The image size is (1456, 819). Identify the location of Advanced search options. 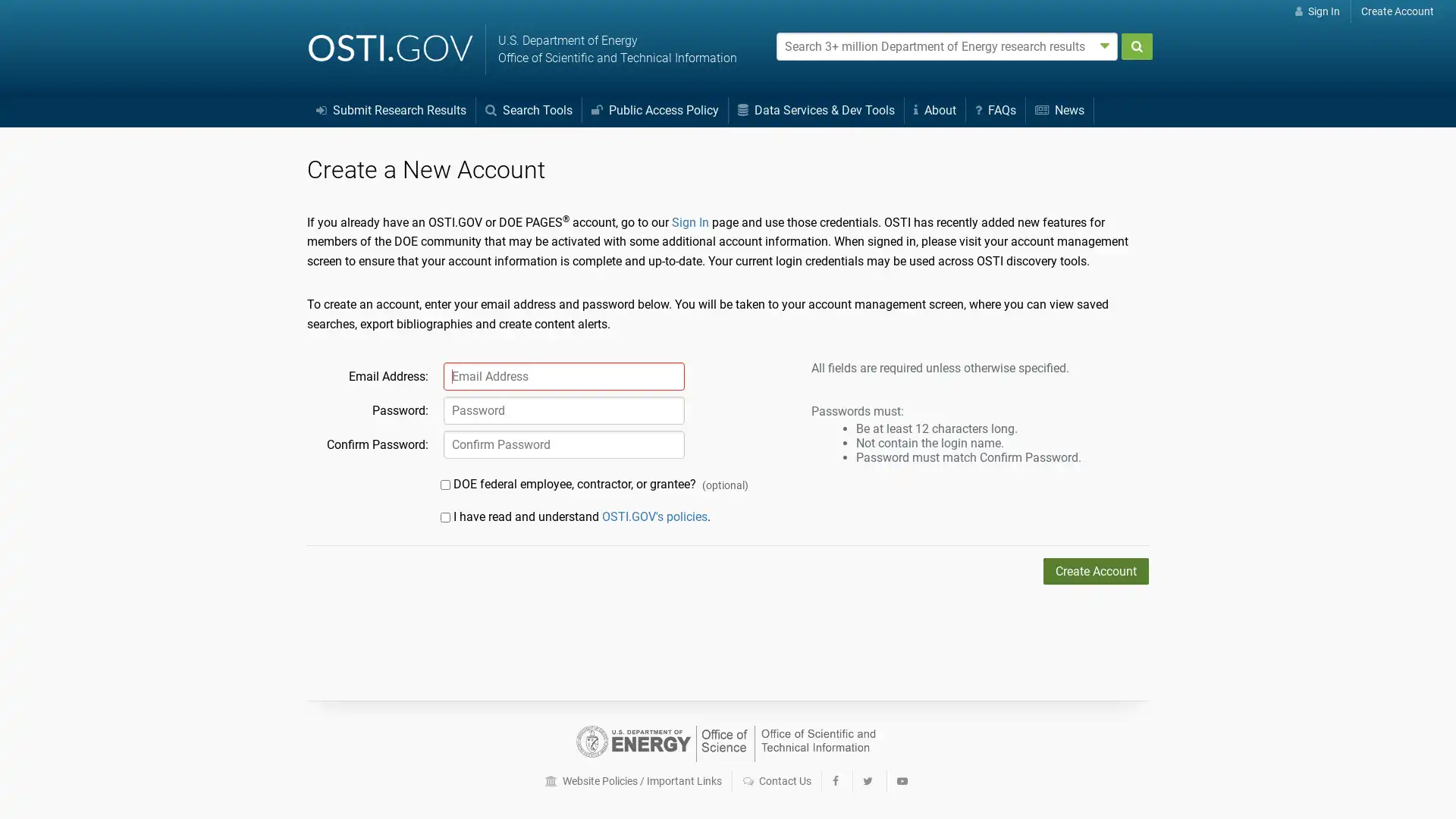
(1105, 45).